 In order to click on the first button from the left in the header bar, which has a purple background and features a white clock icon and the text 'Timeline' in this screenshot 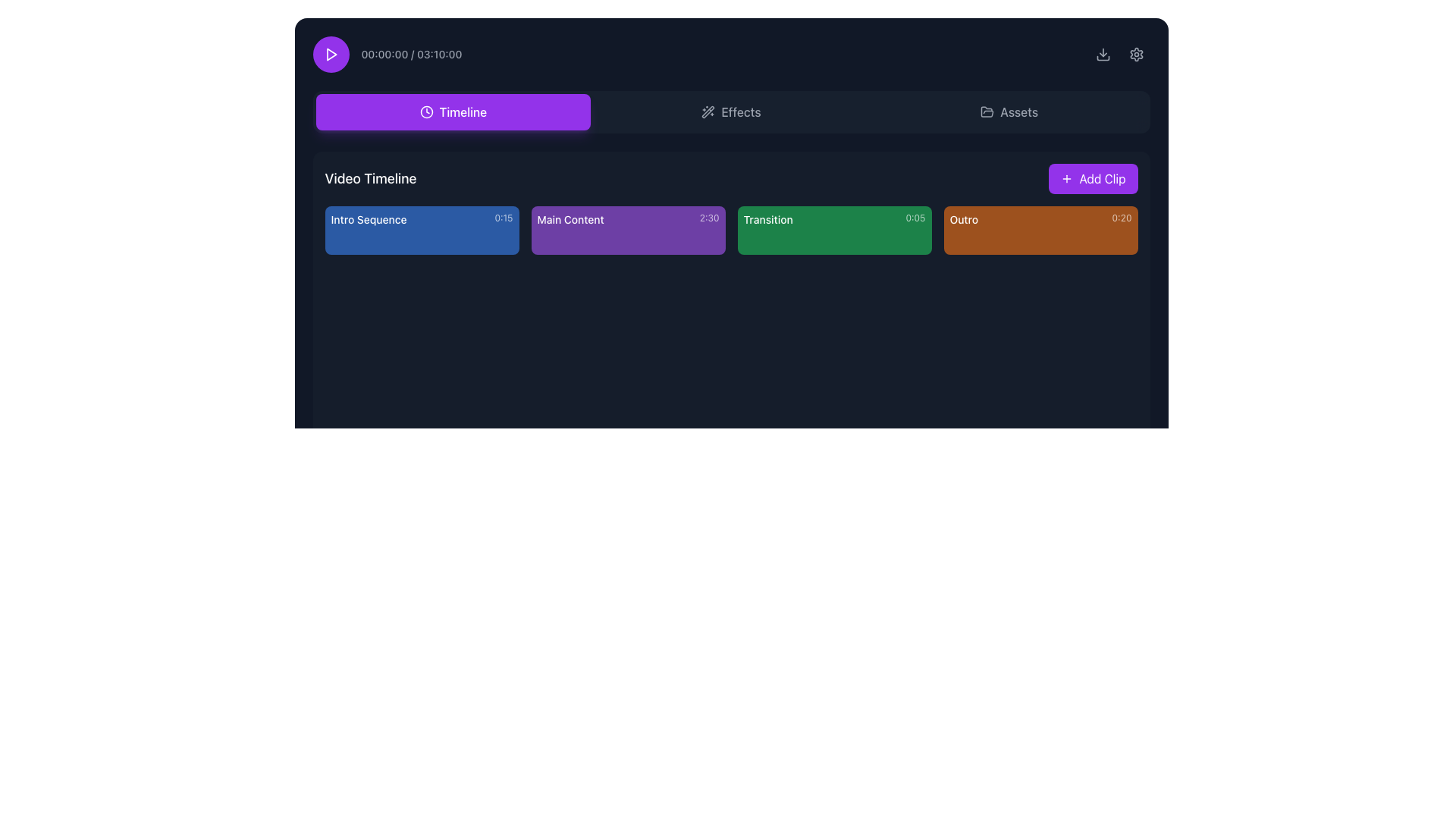, I will do `click(452, 111)`.